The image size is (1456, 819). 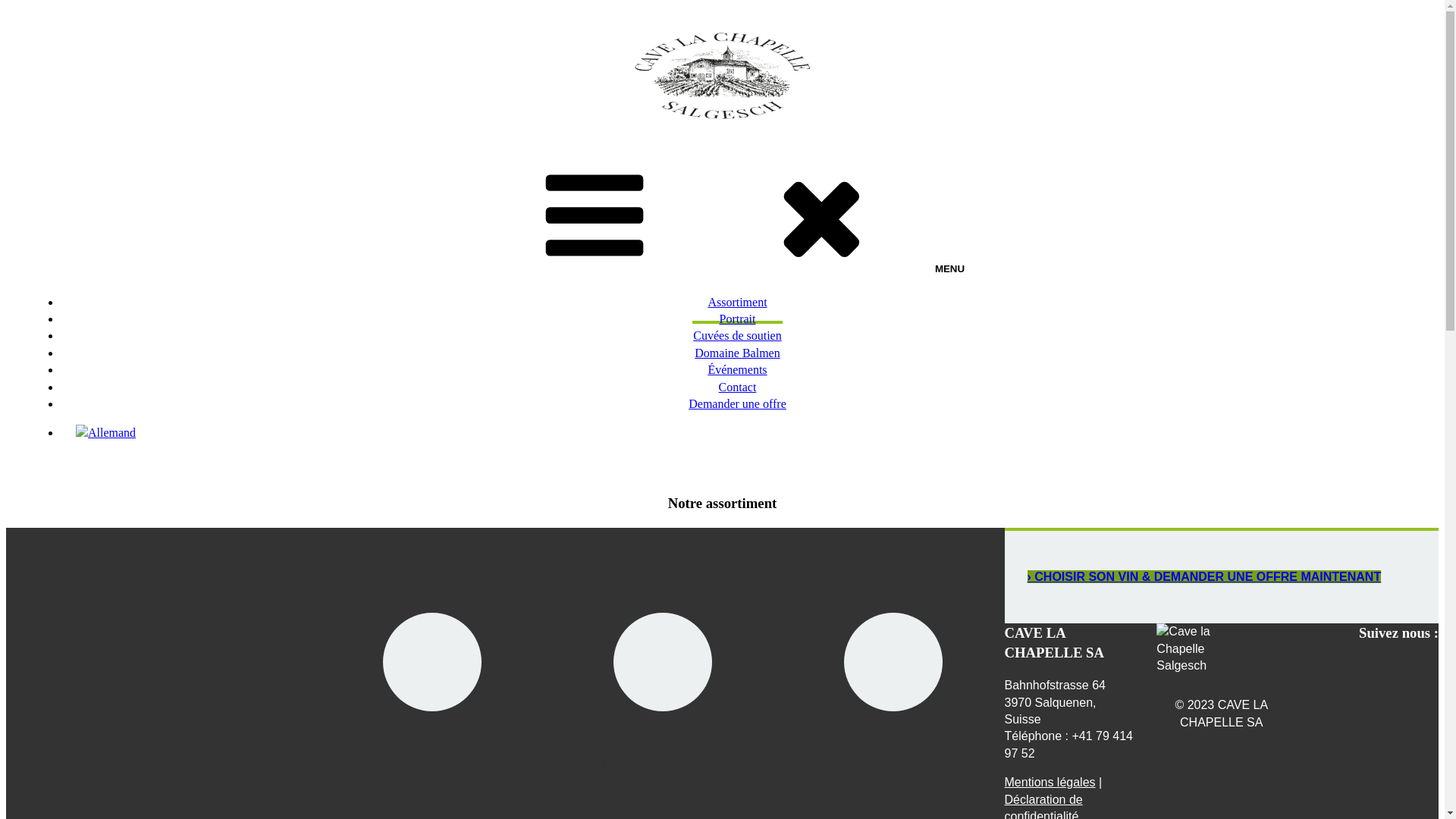 I want to click on 'Aller au contenu principal', so click(x=5, y=5).